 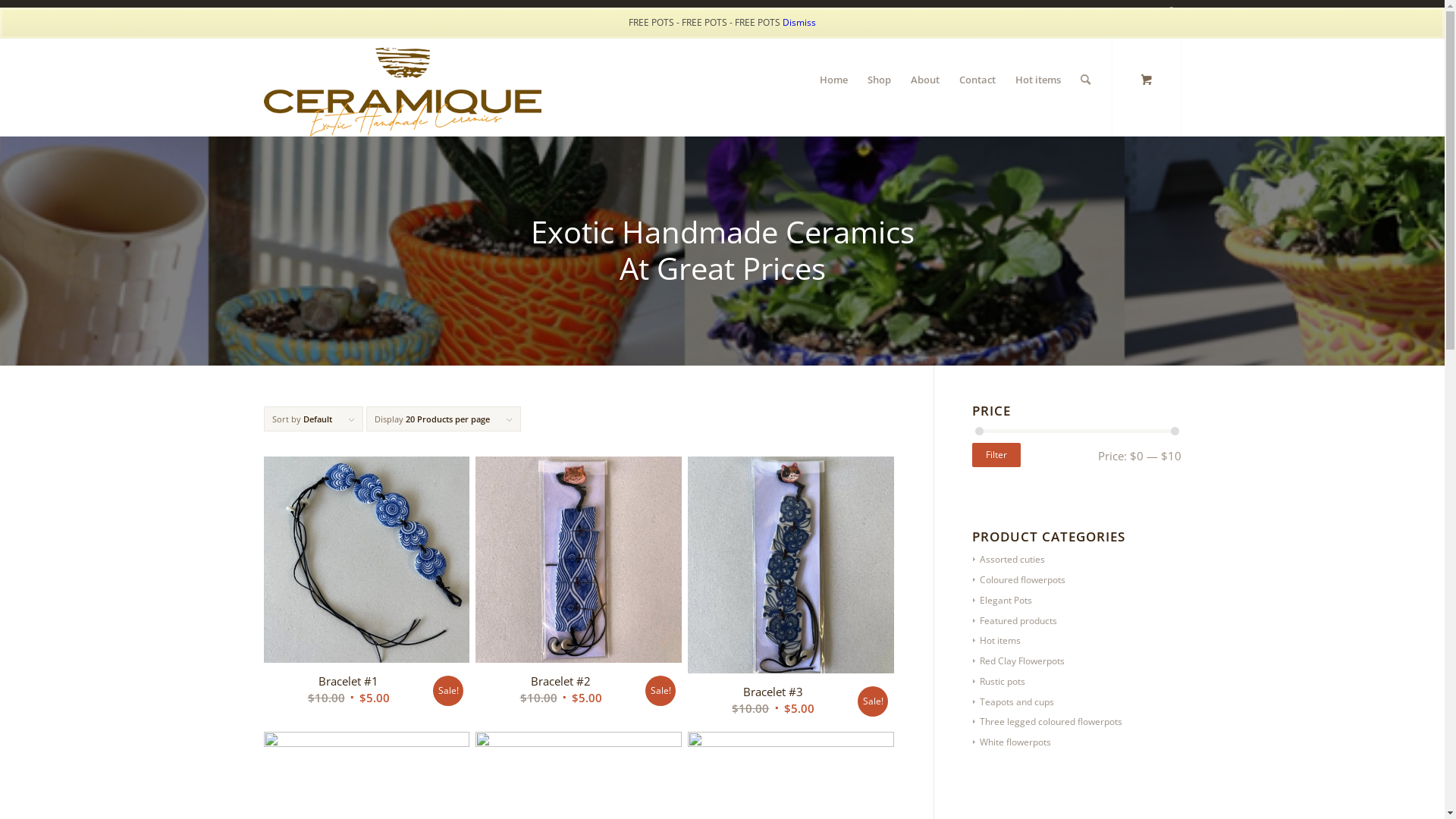 I want to click on 'Elegant Pots', so click(x=1002, y=599).